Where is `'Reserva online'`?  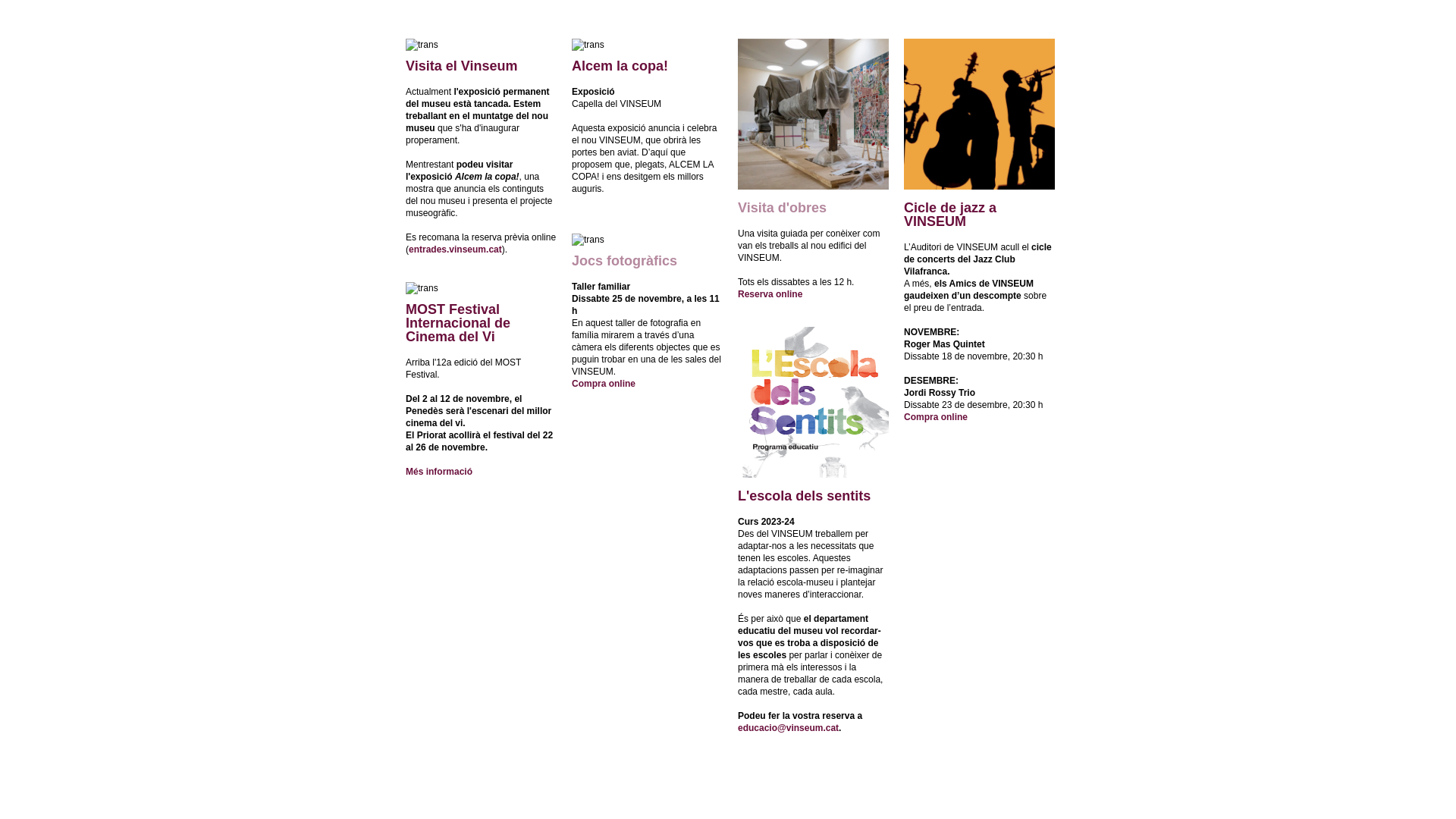 'Reserva online' is located at coordinates (770, 294).